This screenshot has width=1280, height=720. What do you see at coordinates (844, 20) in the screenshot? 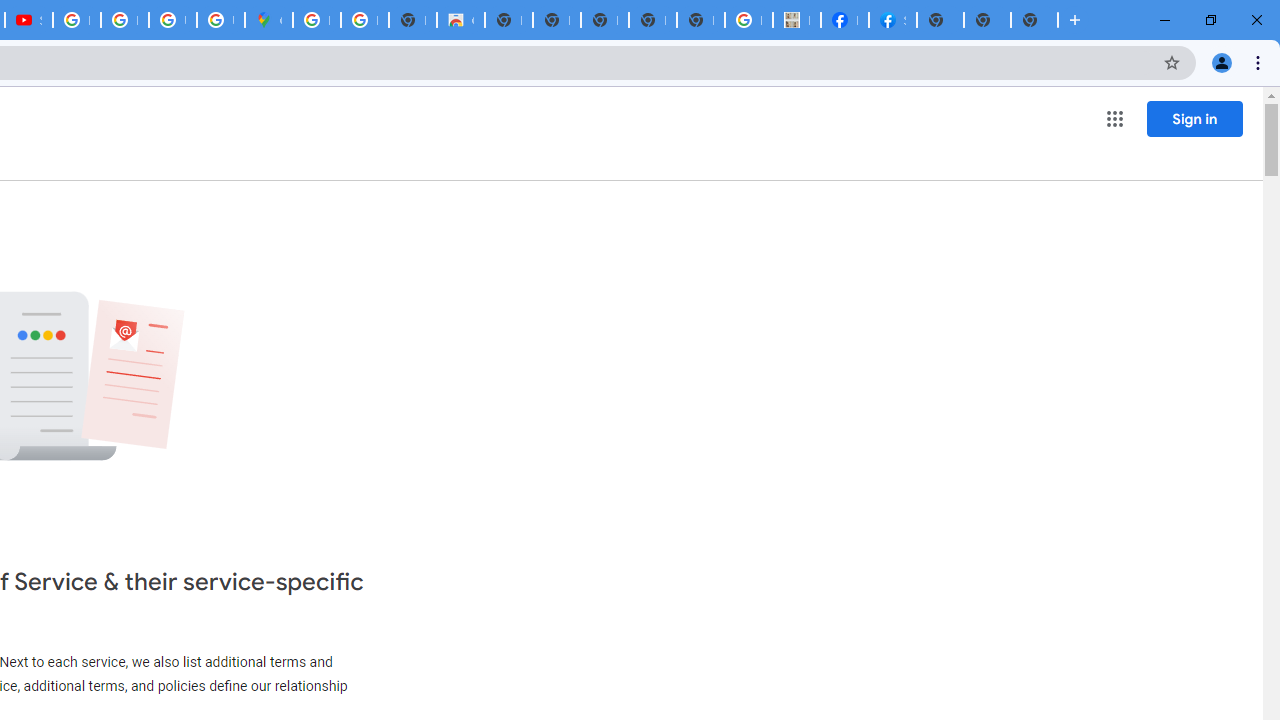
I see `'Miley Cyrus | Facebook'` at bounding box center [844, 20].